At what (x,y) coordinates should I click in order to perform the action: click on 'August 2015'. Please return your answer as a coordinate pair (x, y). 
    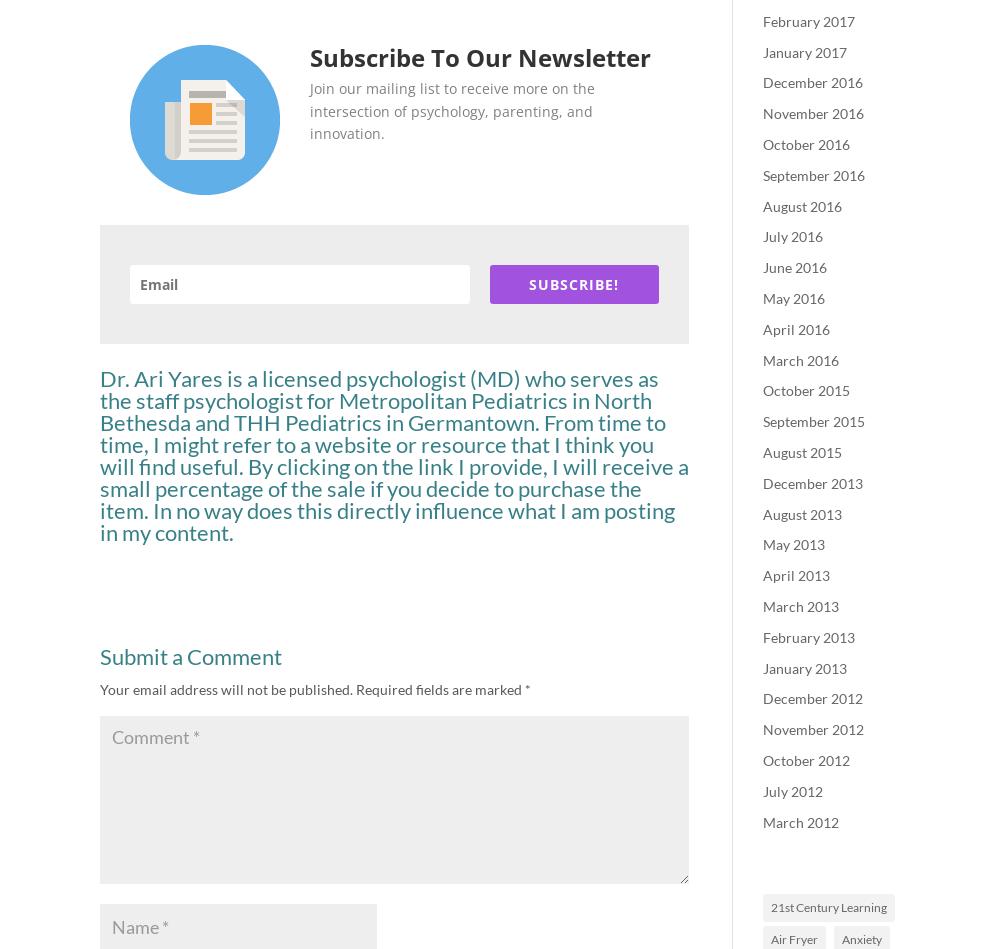
    Looking at the image, I should click on (802, 451).